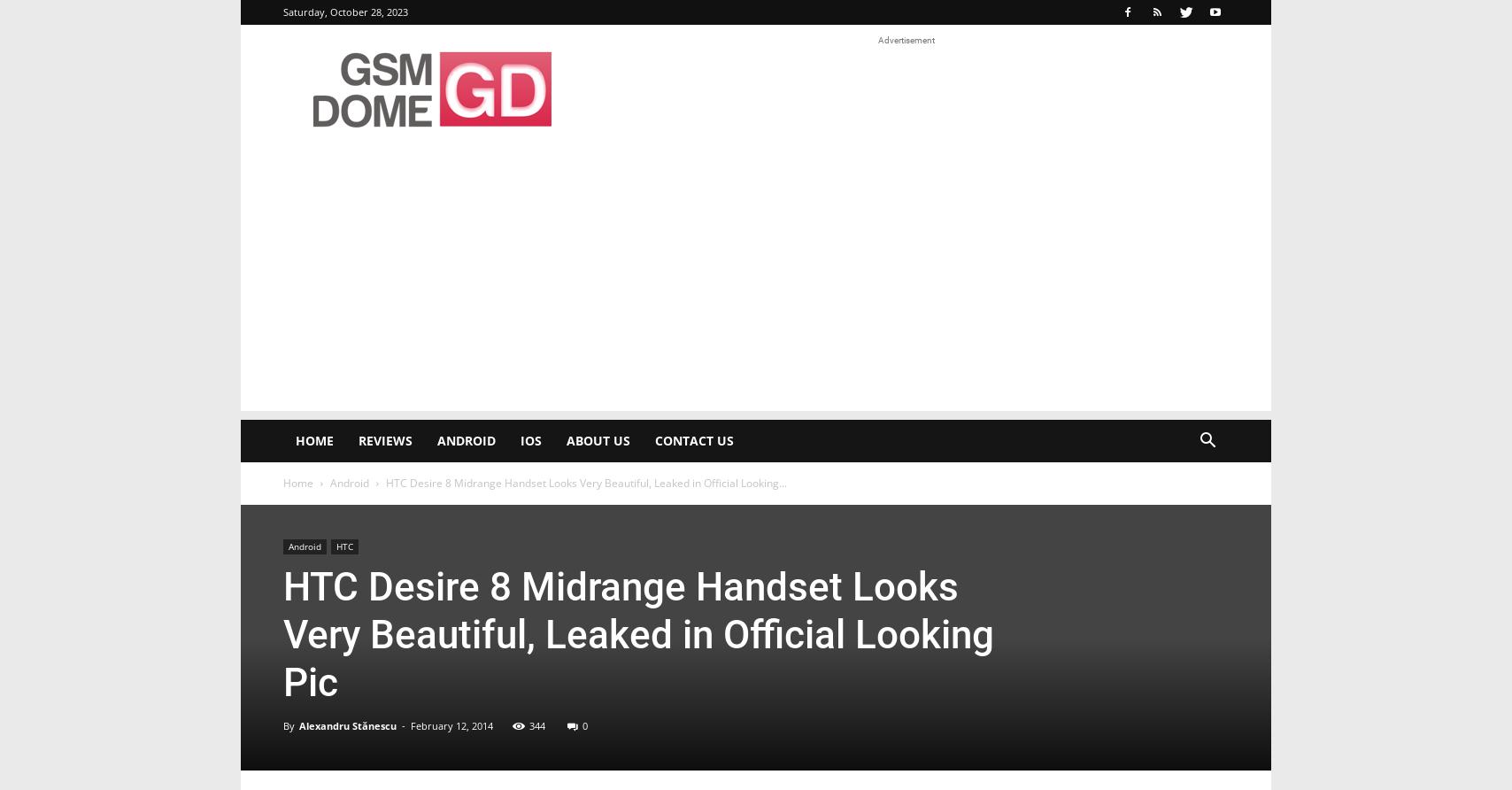 The height and width of the screenshot is (790, 1512). What do you see at coordinates (586, 483) in the screenshot?
I see `'HTC Desire 8 Midrange Handset Looks Very Beautiful, Leaked in Official Looking...'` at bounding box center [586, 483].